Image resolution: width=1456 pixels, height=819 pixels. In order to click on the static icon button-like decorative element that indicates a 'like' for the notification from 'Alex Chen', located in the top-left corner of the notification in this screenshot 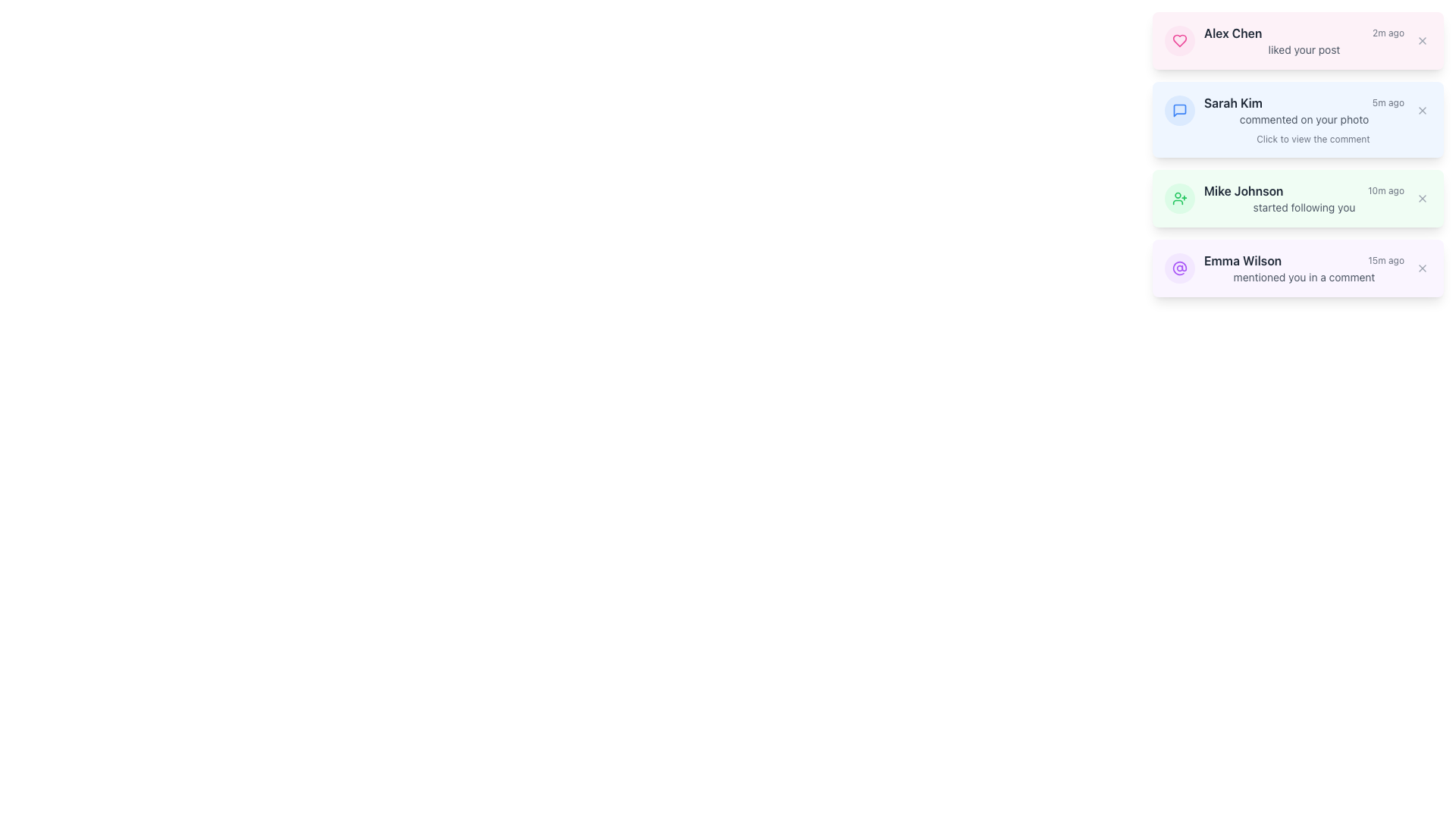, I will do `click(1178, 40)`.